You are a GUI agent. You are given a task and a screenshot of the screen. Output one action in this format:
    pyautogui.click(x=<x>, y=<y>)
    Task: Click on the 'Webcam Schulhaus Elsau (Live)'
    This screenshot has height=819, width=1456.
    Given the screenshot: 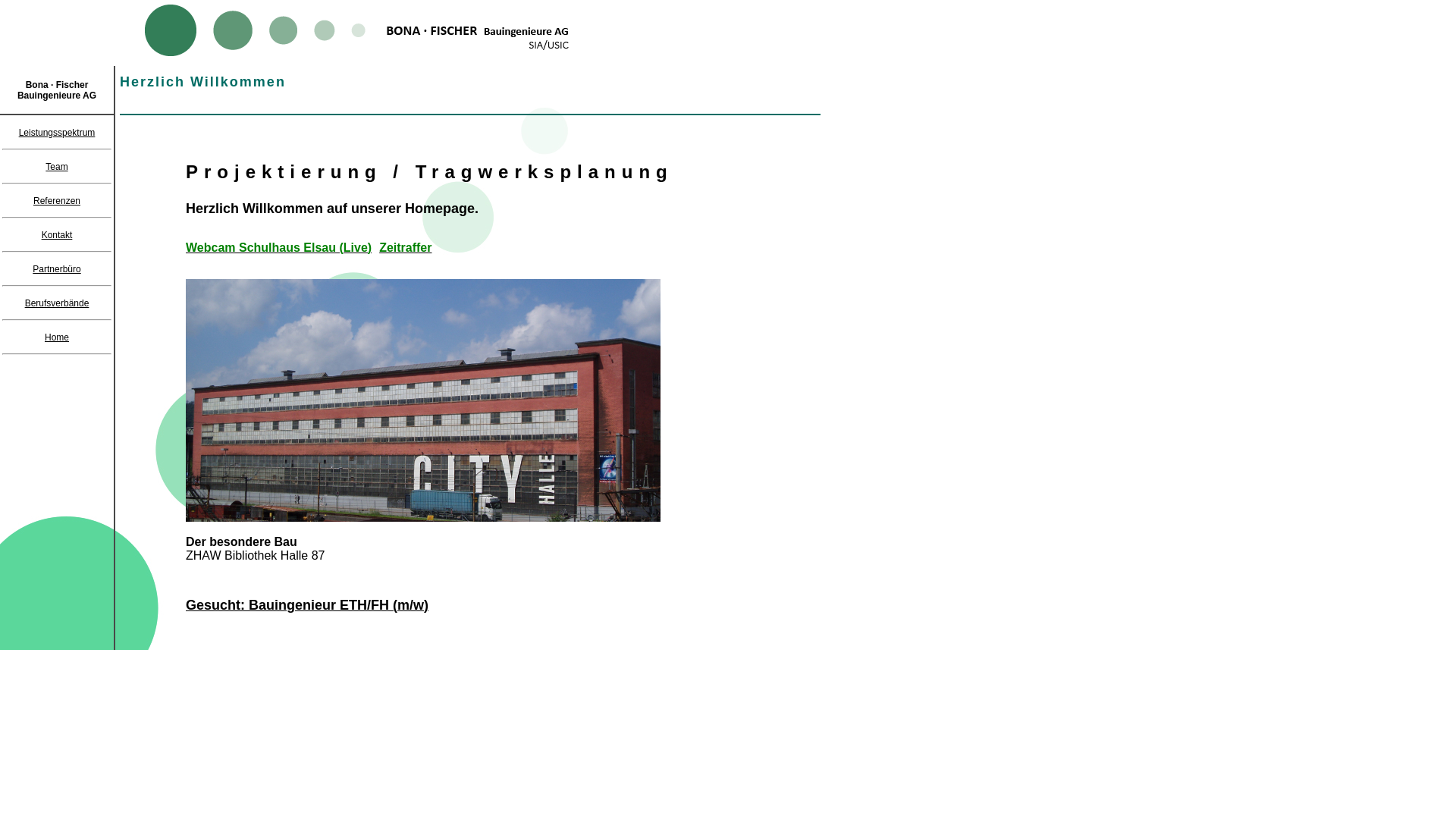 What is the action you would take?
    pyautogui.click(x=278, y=247)
    